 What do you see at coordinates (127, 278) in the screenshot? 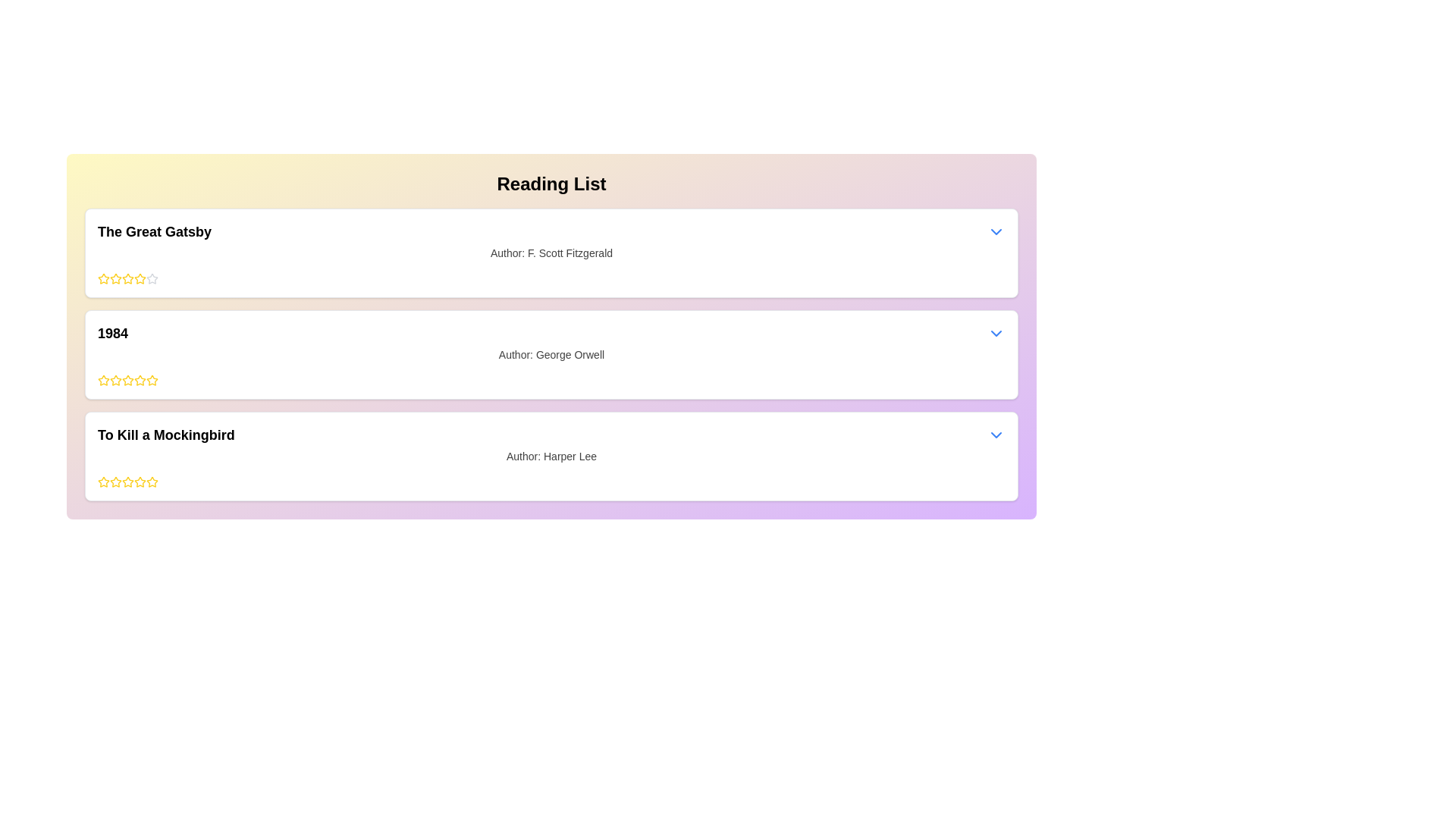
I see `the second yellow star icon in the rating system for 'The Great Gatsby'` at bounding box center [127, 278].